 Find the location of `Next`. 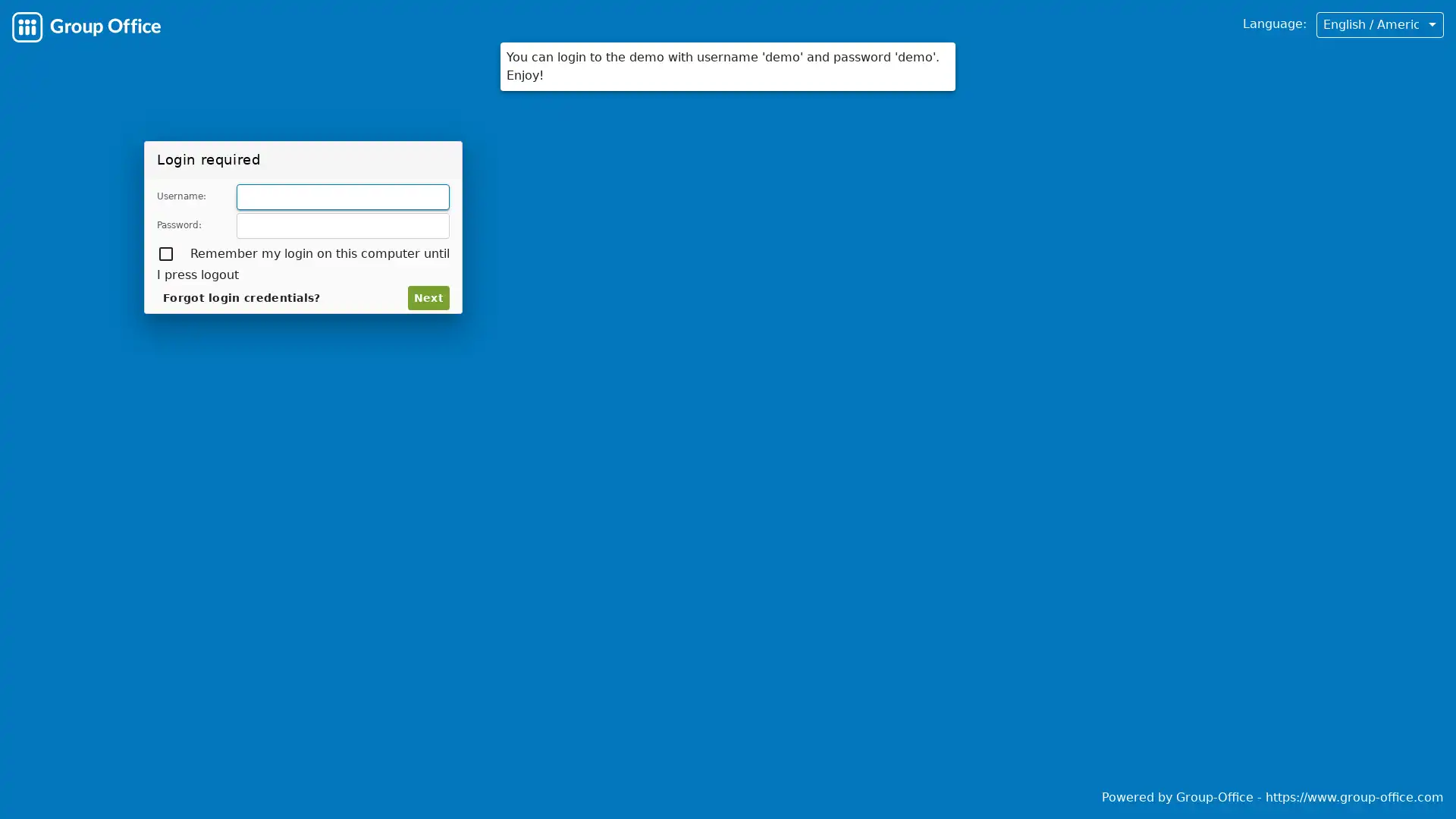

Next is located at coordinates (430, 297).